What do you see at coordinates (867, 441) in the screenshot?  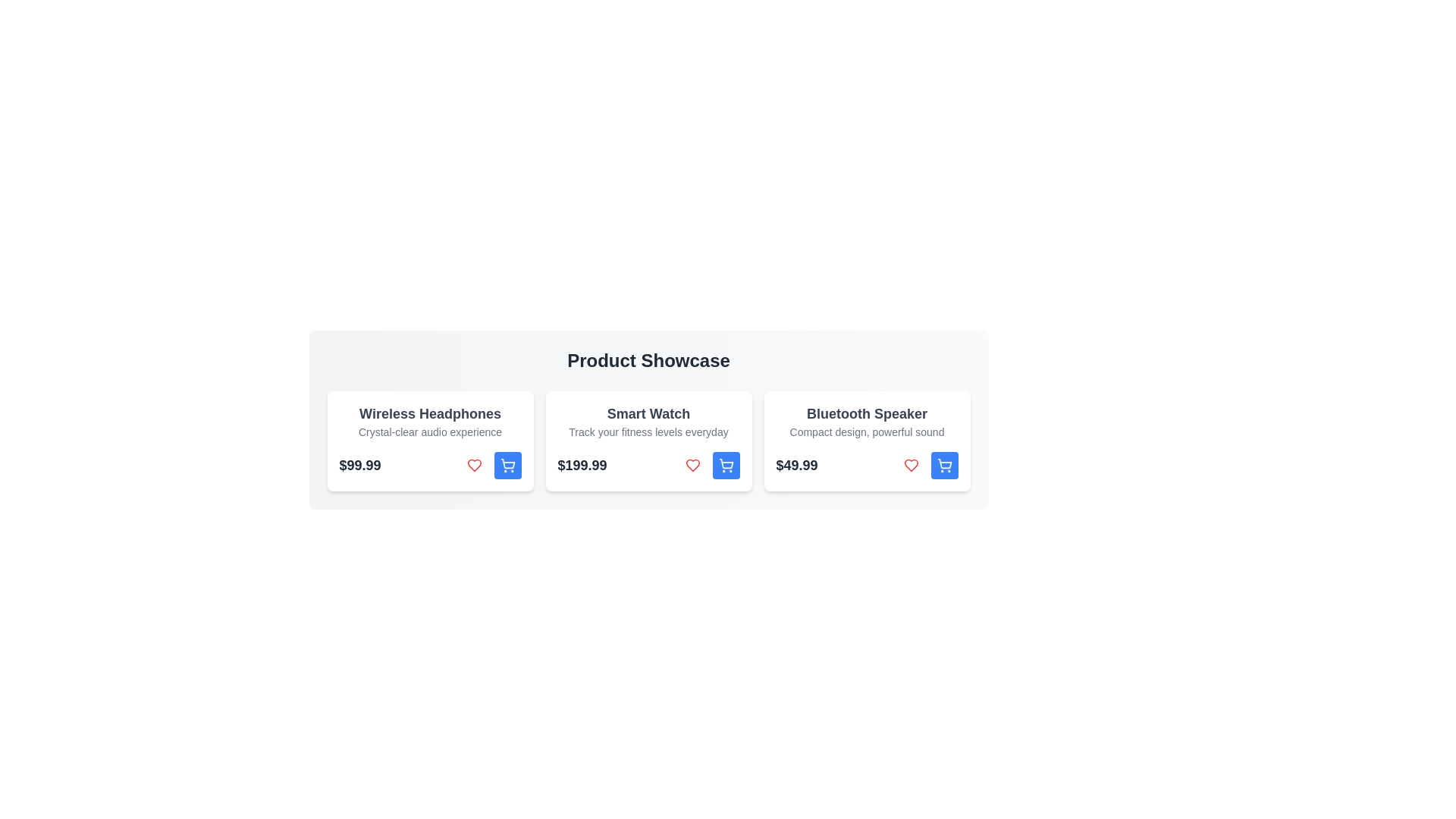 I see `the product card for Bluetooth Speaker to view its details` at bounding box center [867, 441].